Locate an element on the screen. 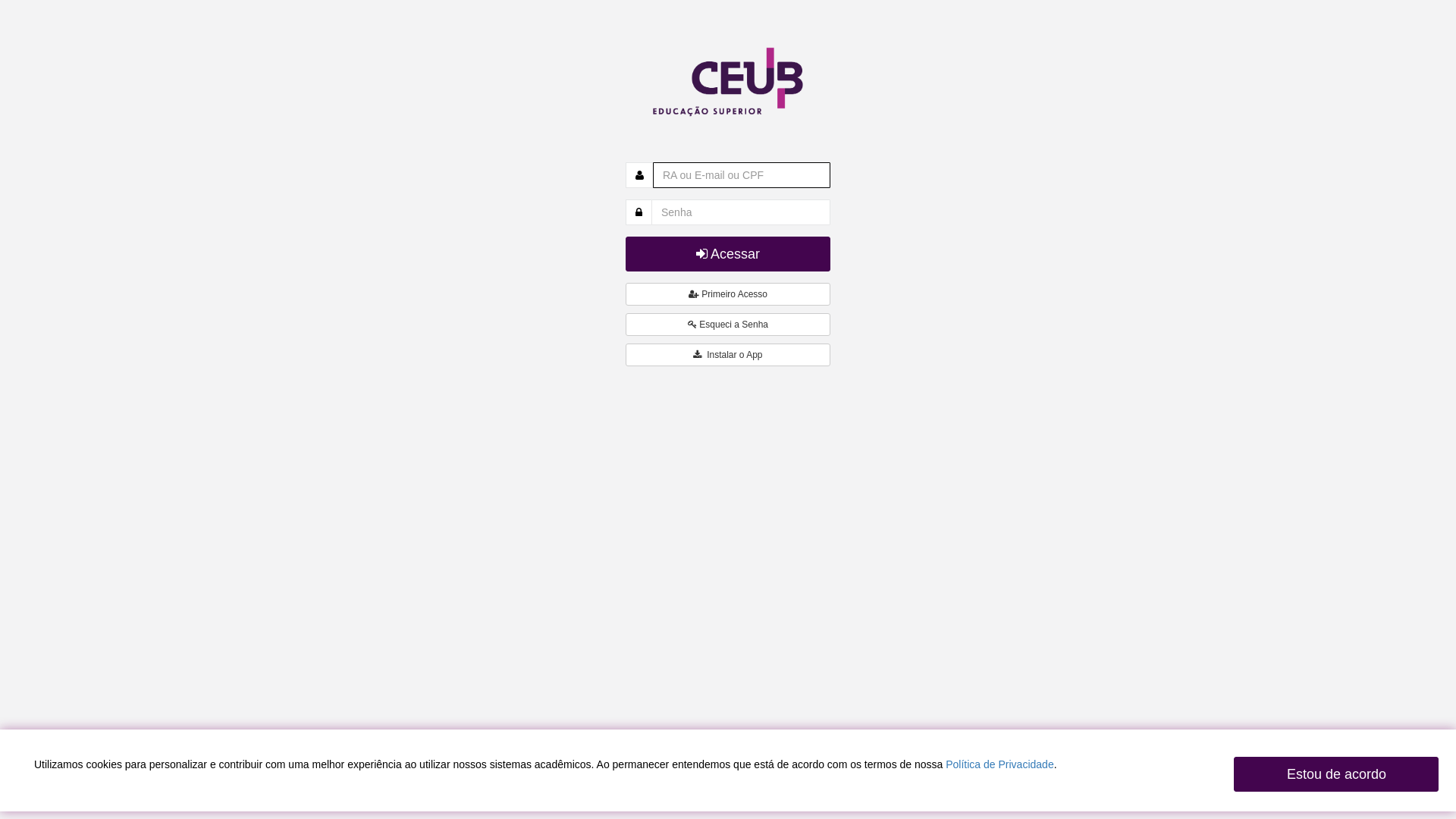 This screenshot has width=1456, height=819. ' Primeiro Acesso' is located at coordinates (728, 294).